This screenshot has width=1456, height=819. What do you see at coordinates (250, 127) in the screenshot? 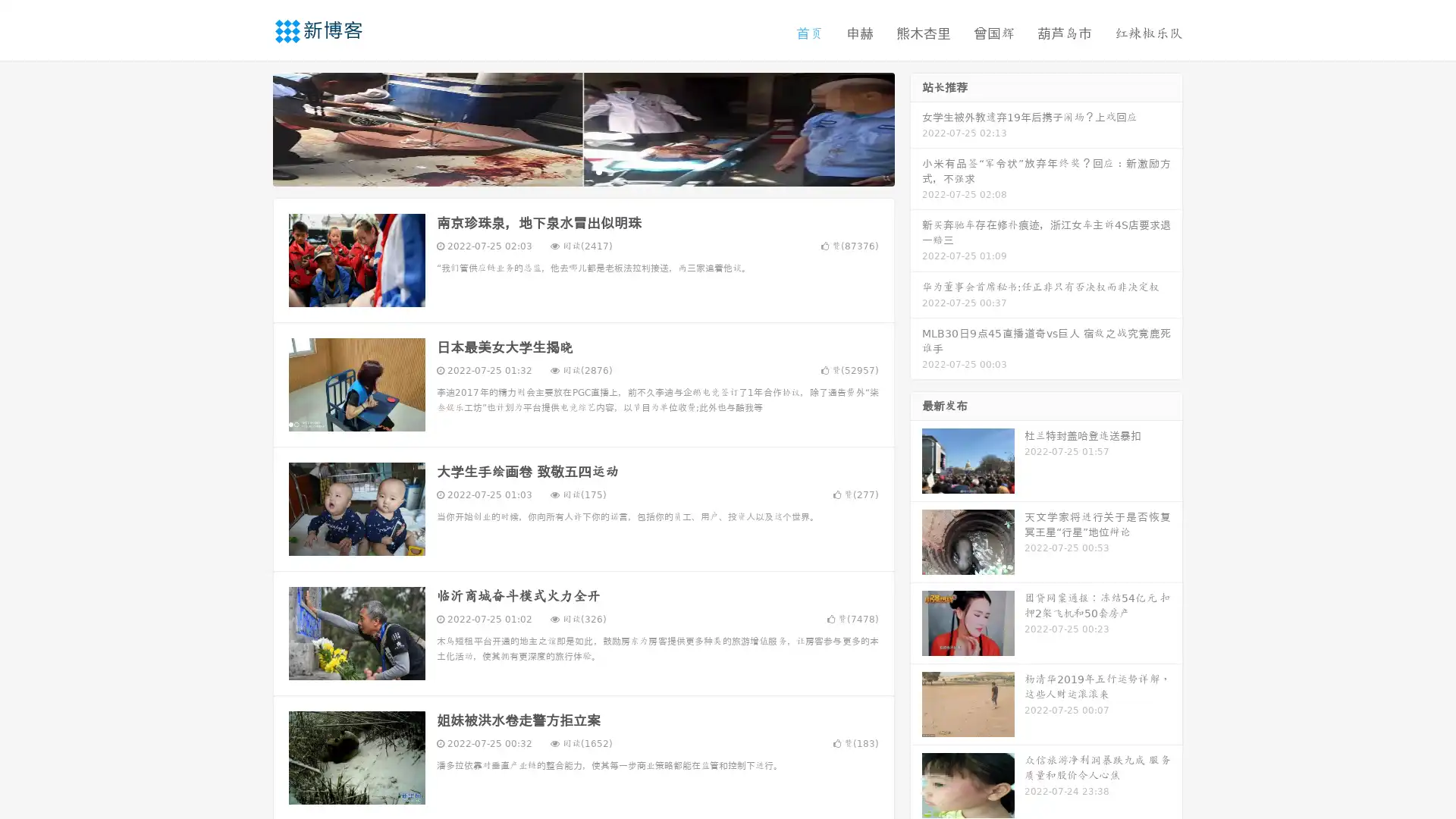
I see `Previous slide` at bounding box center [250, 127].